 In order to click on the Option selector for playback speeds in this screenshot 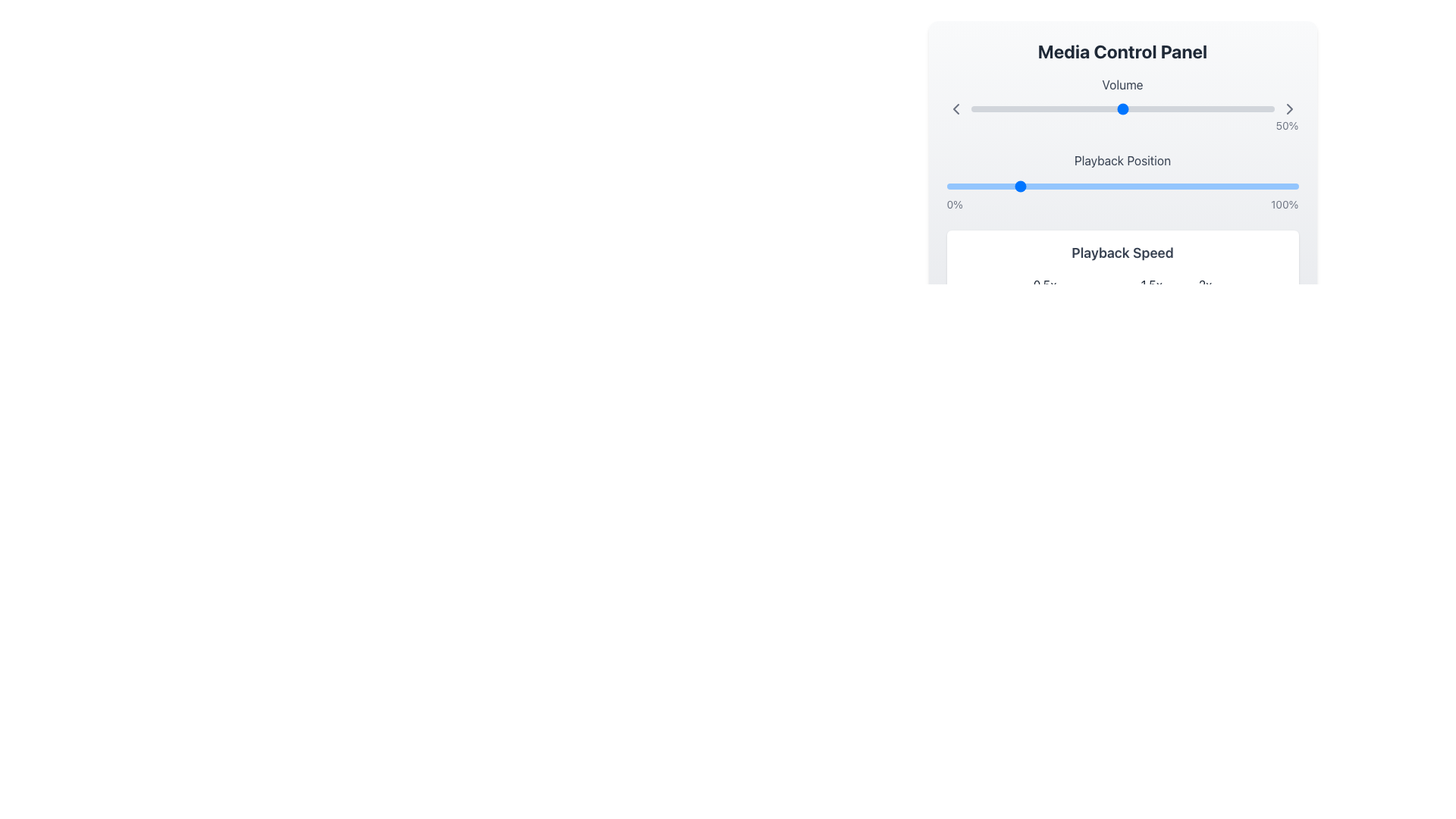, I will do `click(1122, 284)`.